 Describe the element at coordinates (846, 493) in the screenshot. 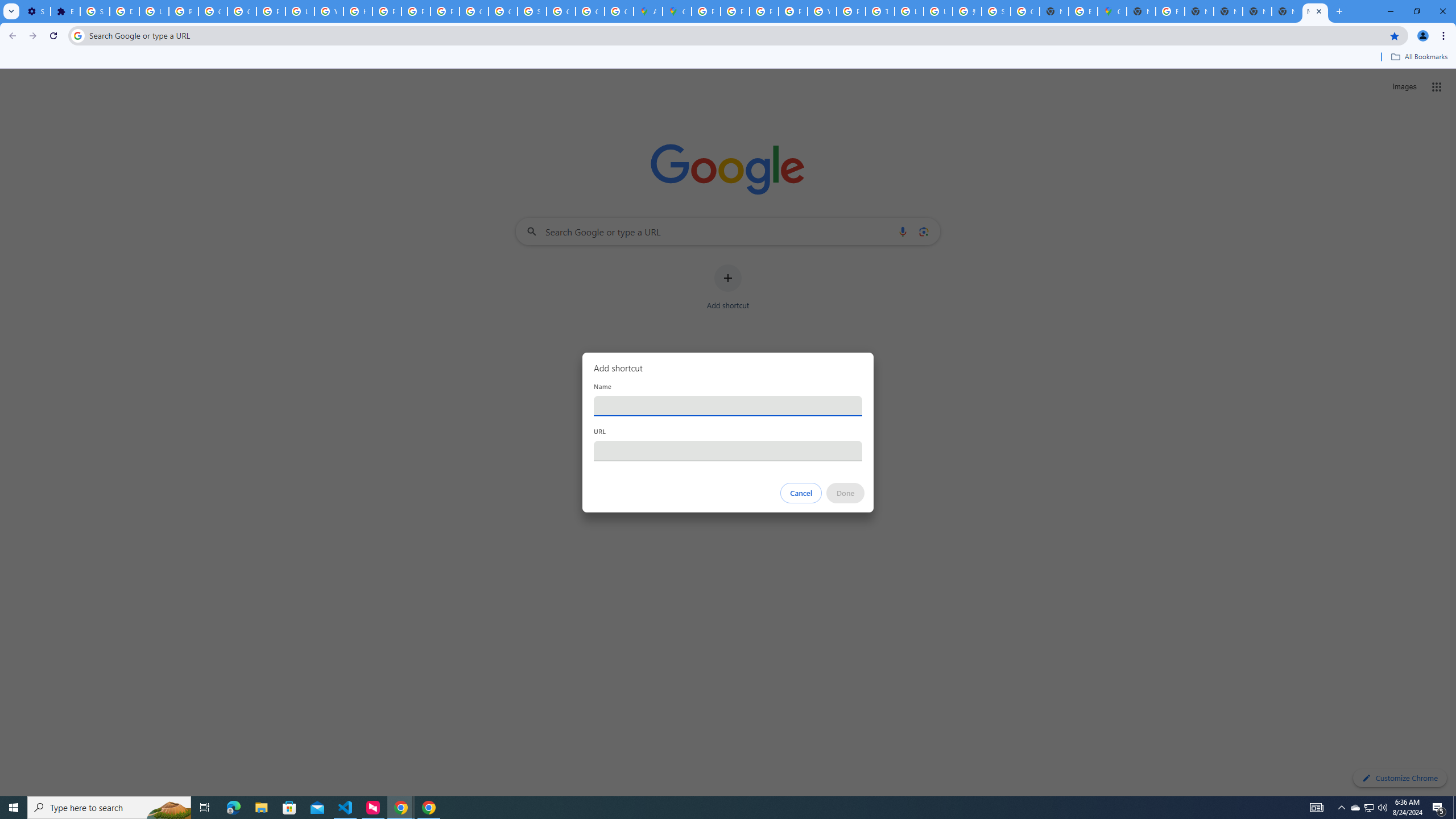

I see `'Done'` at that location.